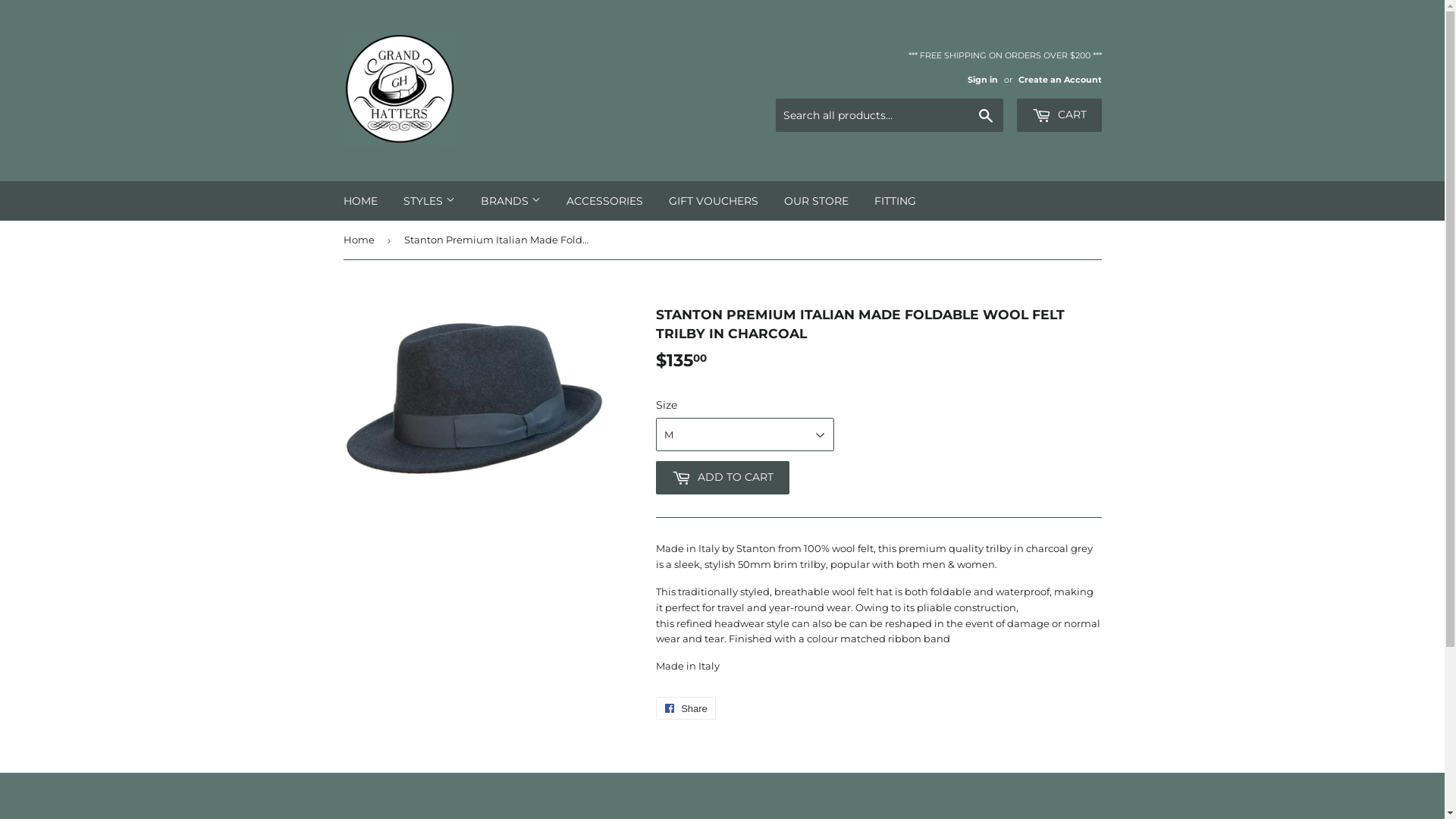 The image size is (1456, 819). Describe the element at coordinates (684, 708) in the screenshot. I see `'Share` at that location.